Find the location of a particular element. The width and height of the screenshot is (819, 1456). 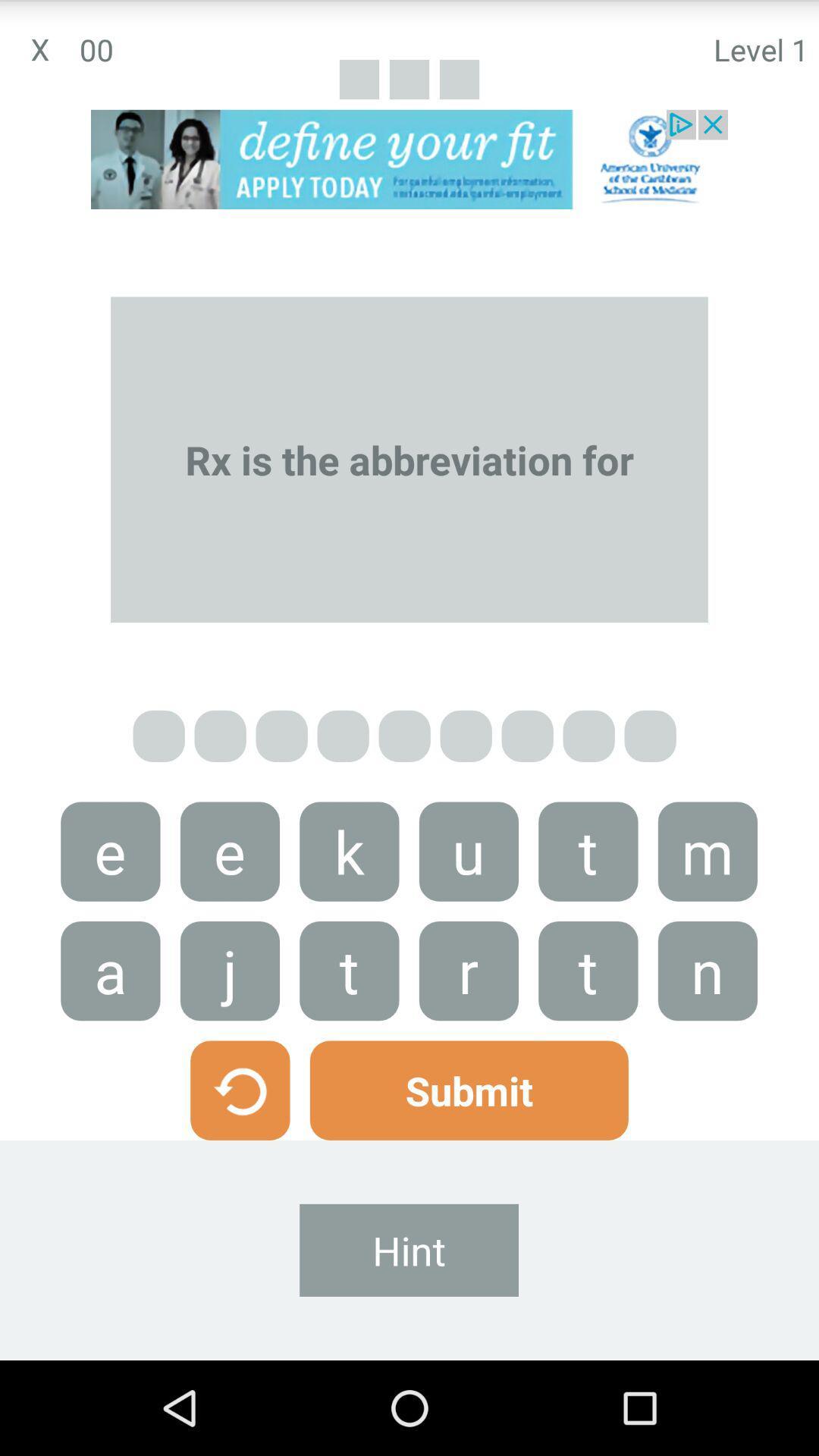

erase the previous letter is located at coordinates (239, 1090).